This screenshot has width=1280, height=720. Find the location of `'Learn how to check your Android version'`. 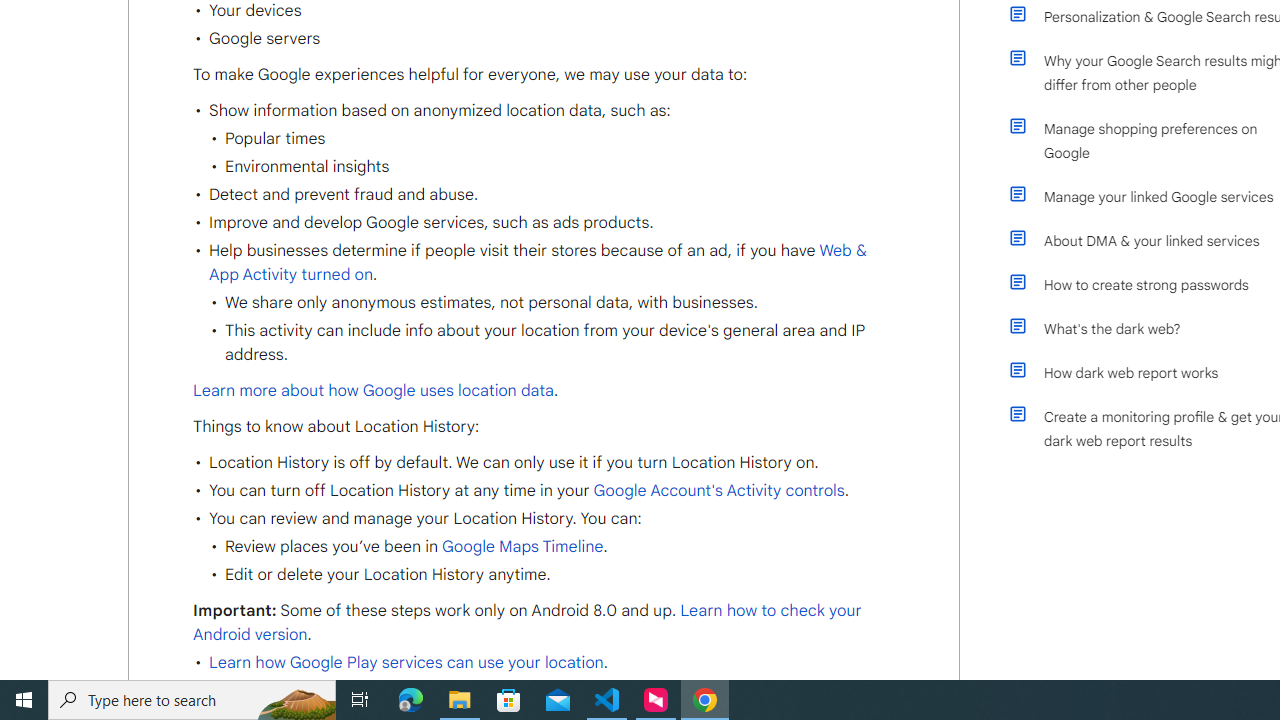

'Learn how to check your Android version' is located at coordinates (527, 622).